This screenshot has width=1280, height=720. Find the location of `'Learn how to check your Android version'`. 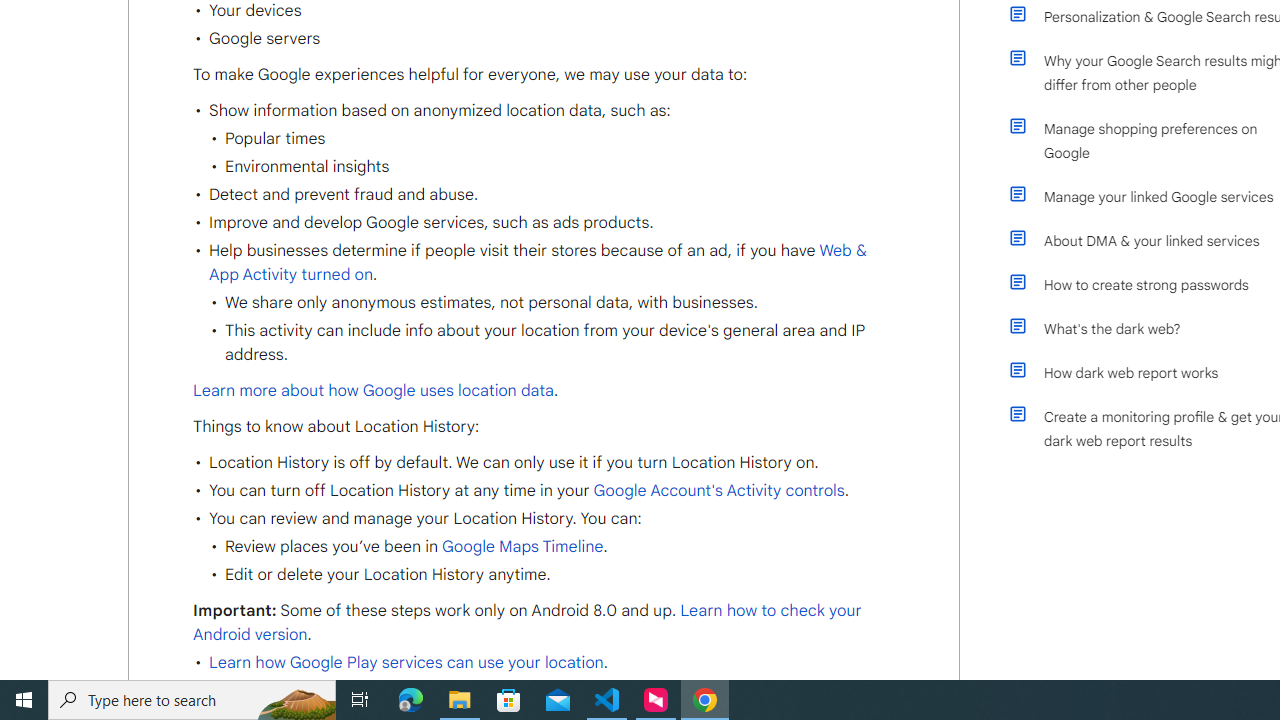

'Learn how to check your Android version' is located at coordinates (527, 622).